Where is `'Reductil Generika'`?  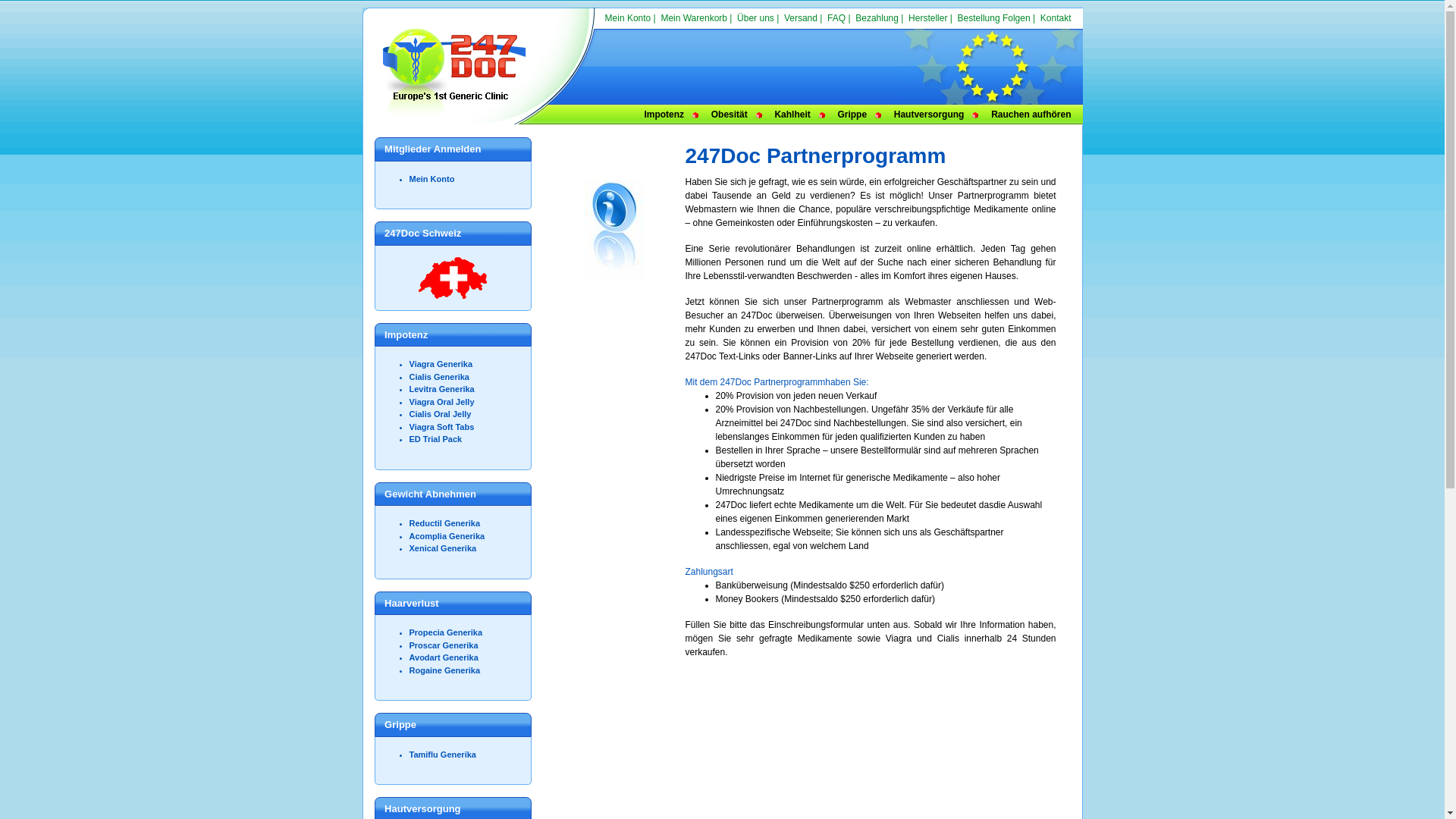 'Reductil Generika' is located at coordinates (444, 522).